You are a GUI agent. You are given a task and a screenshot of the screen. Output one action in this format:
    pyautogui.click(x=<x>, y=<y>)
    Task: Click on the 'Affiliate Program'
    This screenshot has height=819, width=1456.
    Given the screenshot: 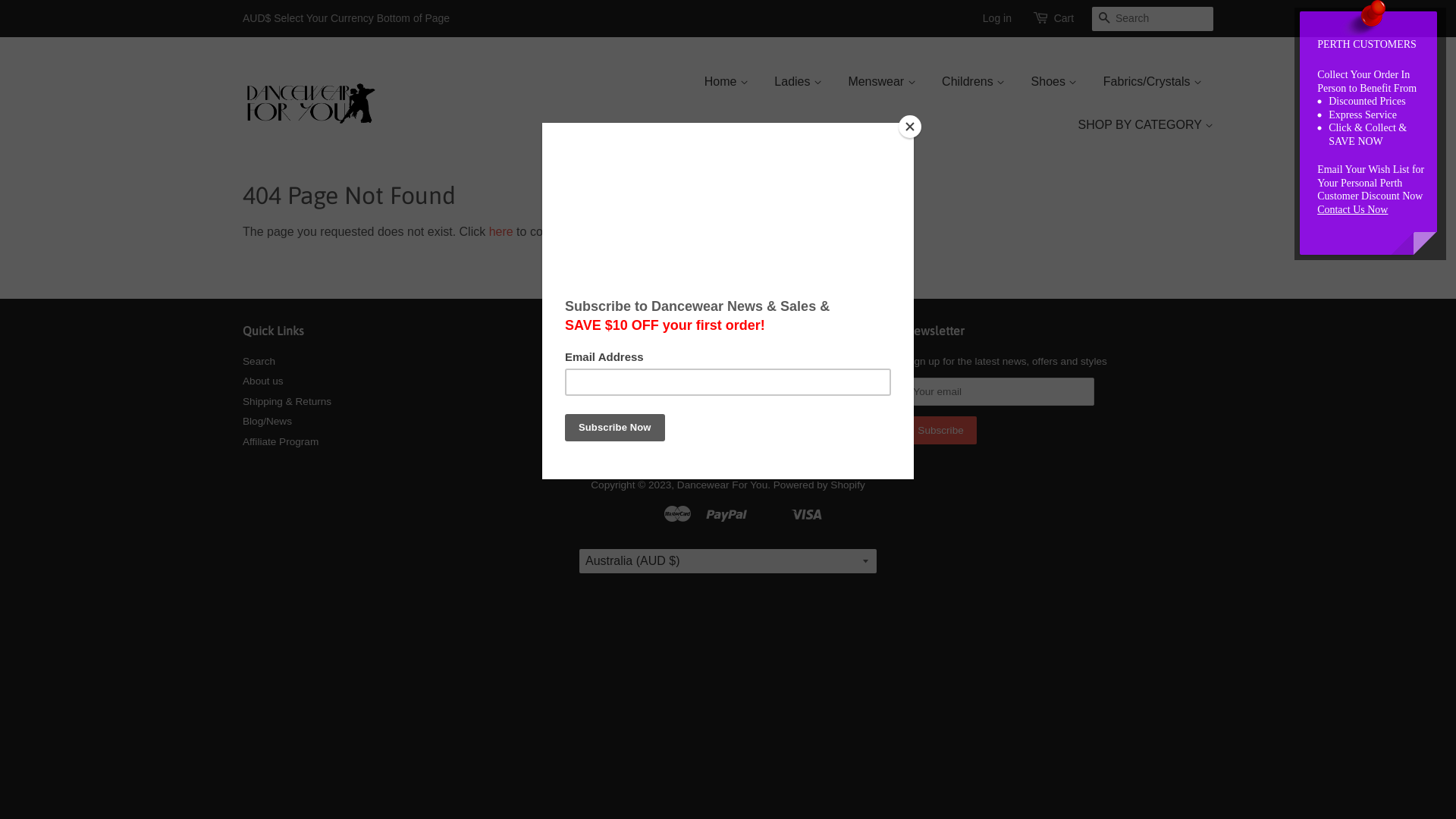 What is the action you would take?
    pyautogui.click(x=280, y=441)
    